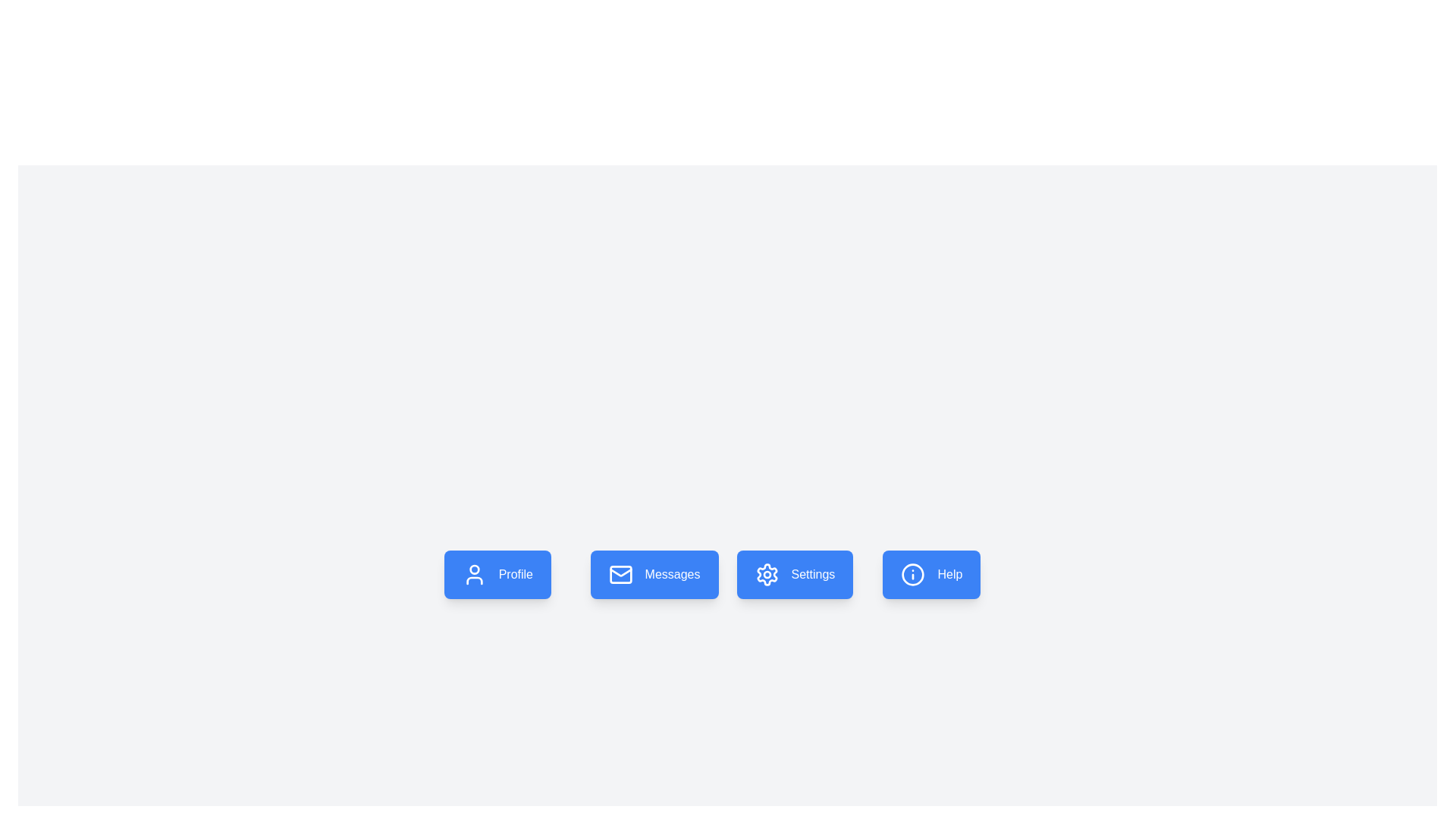  Describe the element at coordinates (620, 573) in the screenshot. I see `the envelope icon representing the 'Messages' button, which is styled with a thin outline and is part of a group of navigation icons` at that location.